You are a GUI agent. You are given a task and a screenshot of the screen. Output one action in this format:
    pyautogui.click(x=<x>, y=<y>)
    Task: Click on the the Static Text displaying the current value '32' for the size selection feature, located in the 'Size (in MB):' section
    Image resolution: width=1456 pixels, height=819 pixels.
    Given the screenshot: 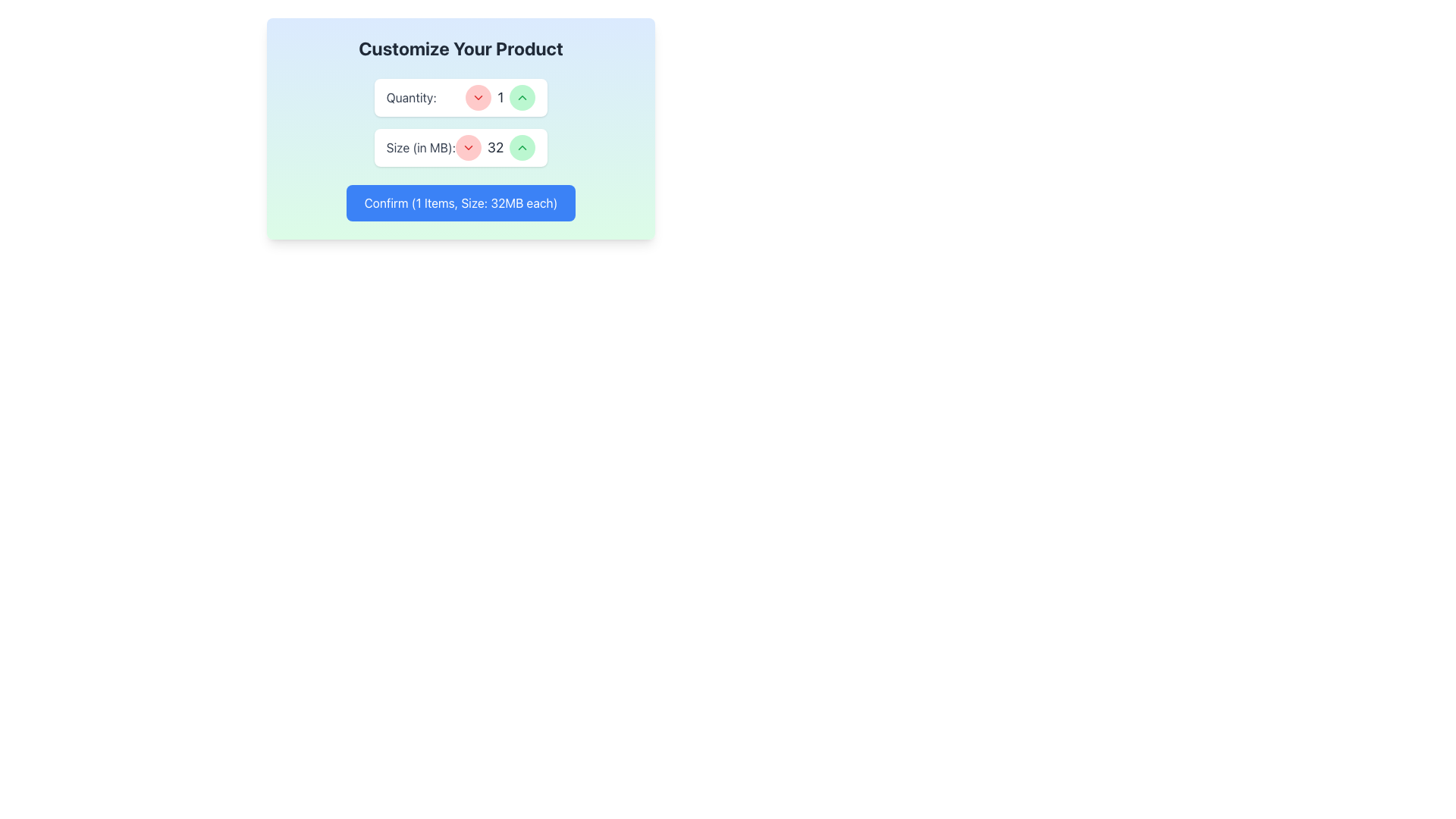 What is the action you would take?
    pyautogui.click(x=495, y=148)
    